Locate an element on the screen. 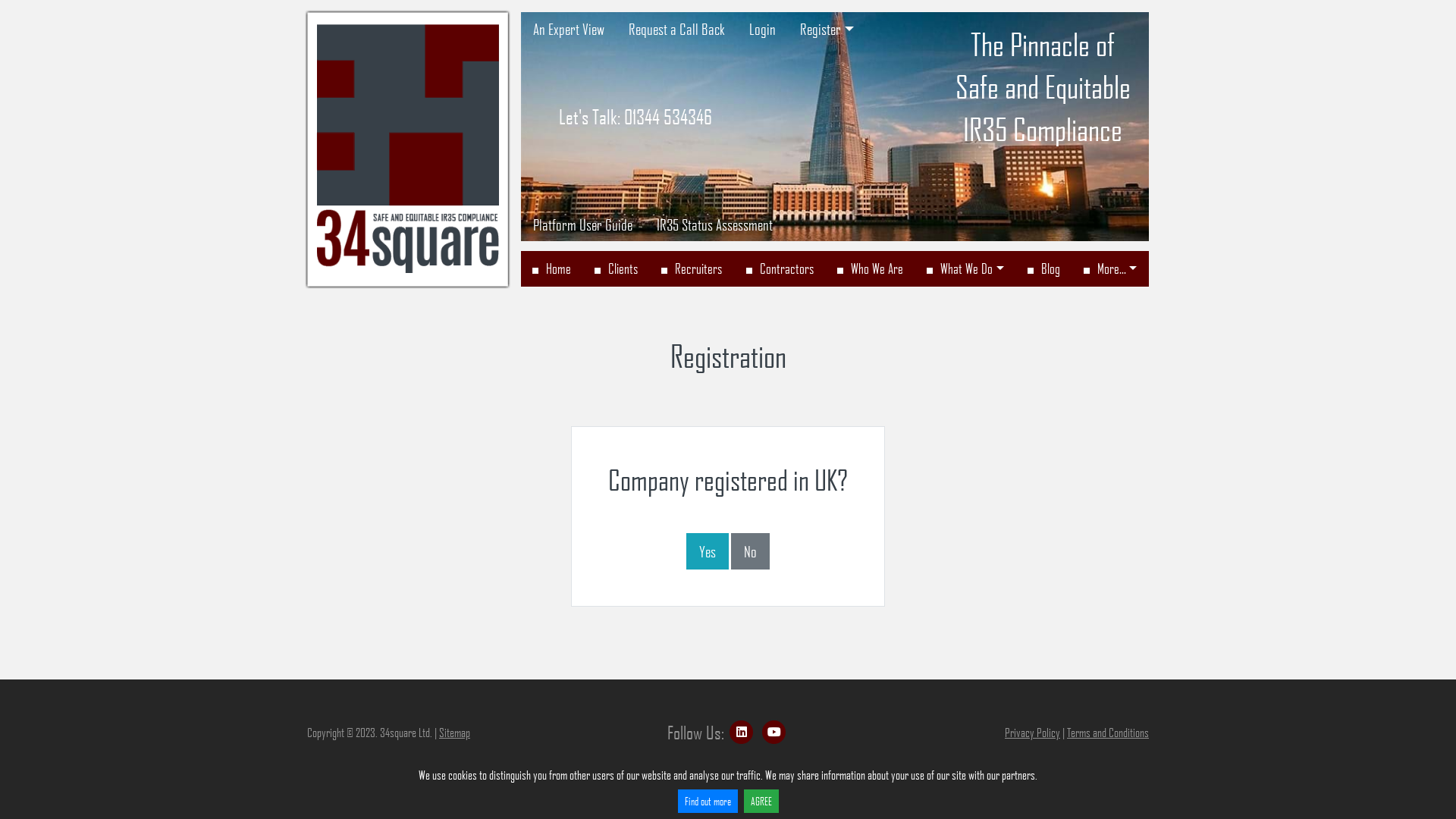  'Terms and Conditions' is located at coordinates (1107, 731).